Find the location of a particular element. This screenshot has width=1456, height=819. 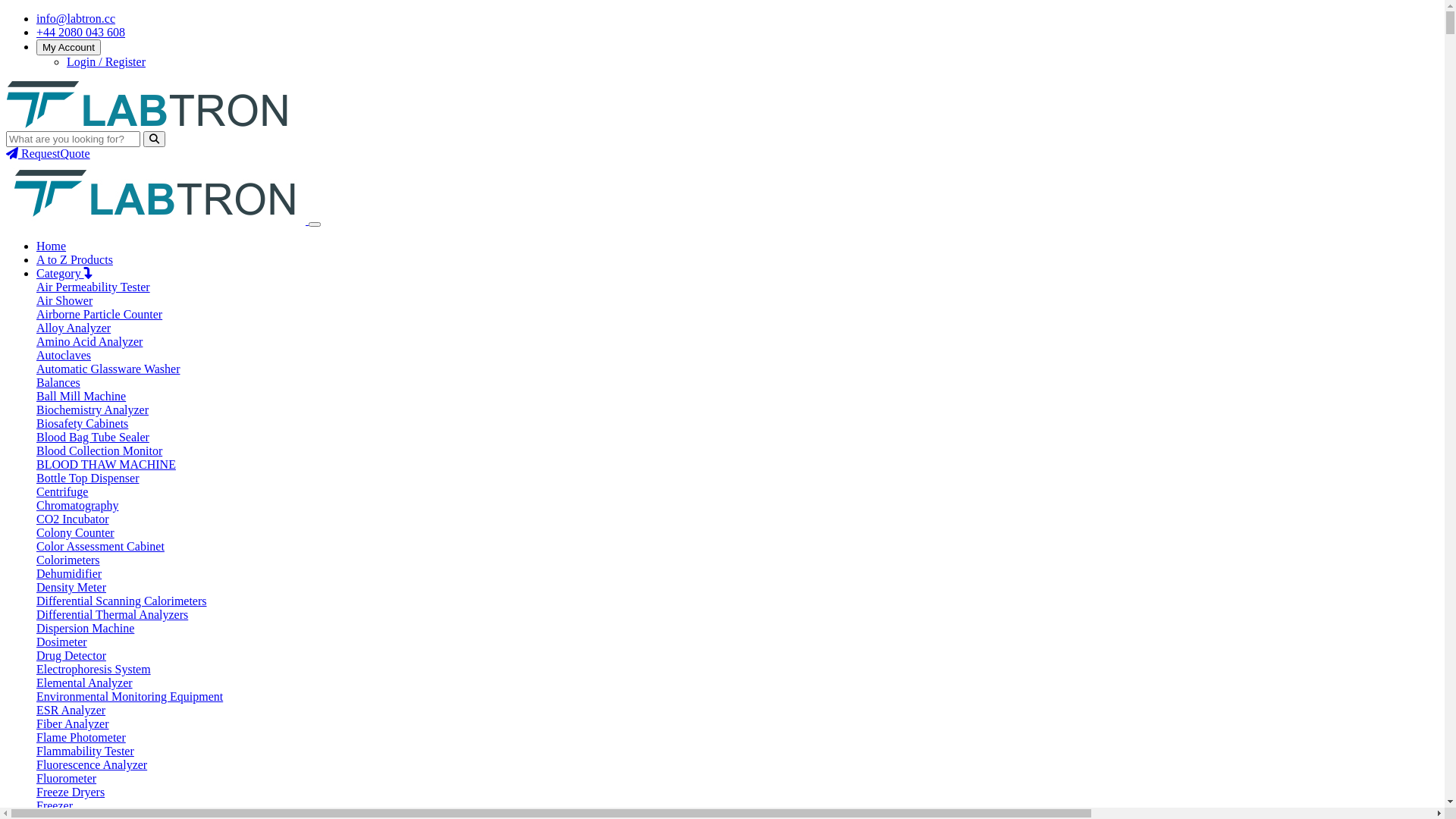

'Amino Acid Analyzer' is located at coordinates (89, 341).